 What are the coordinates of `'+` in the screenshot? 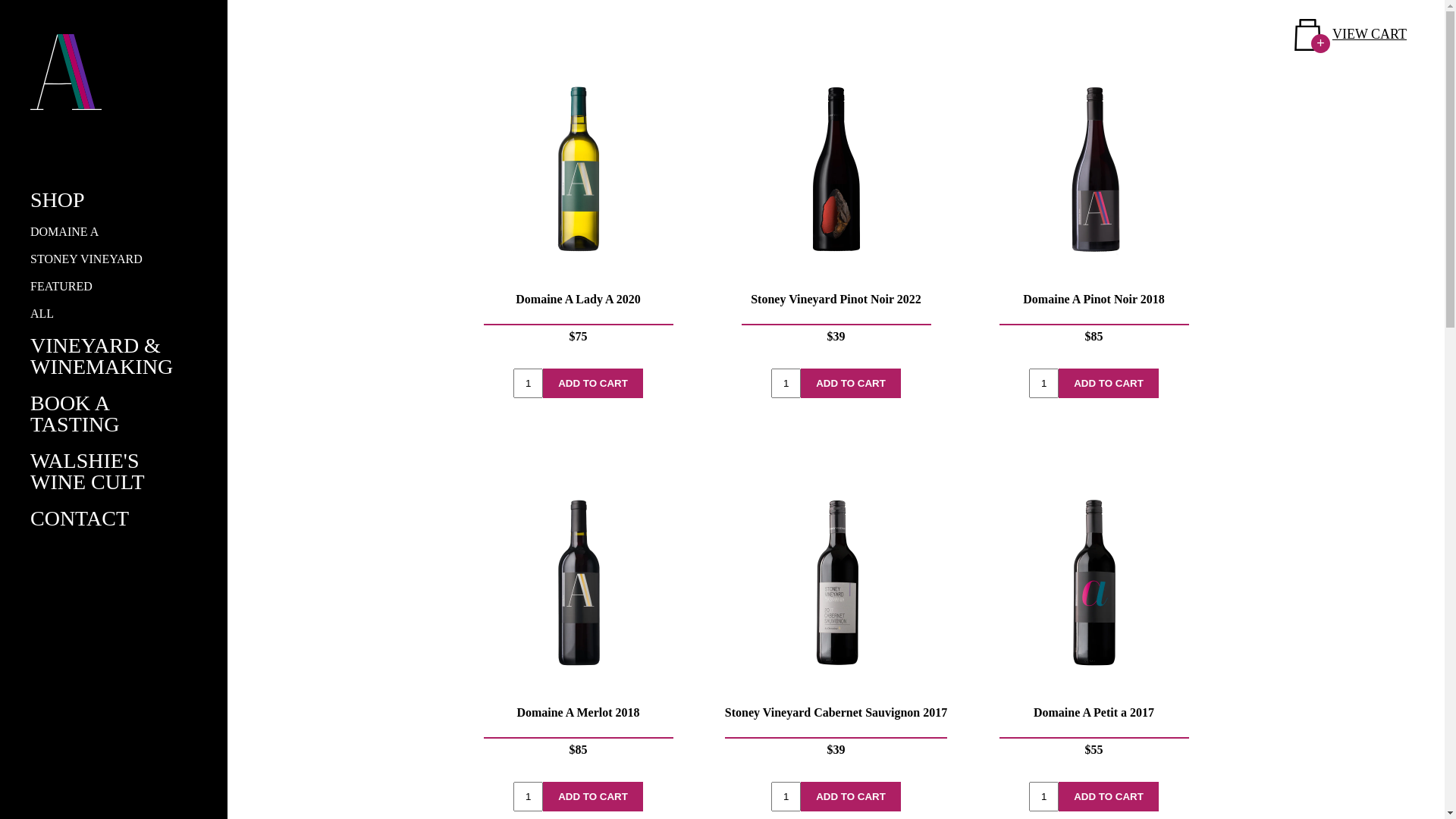 It's located at (1350, 34).